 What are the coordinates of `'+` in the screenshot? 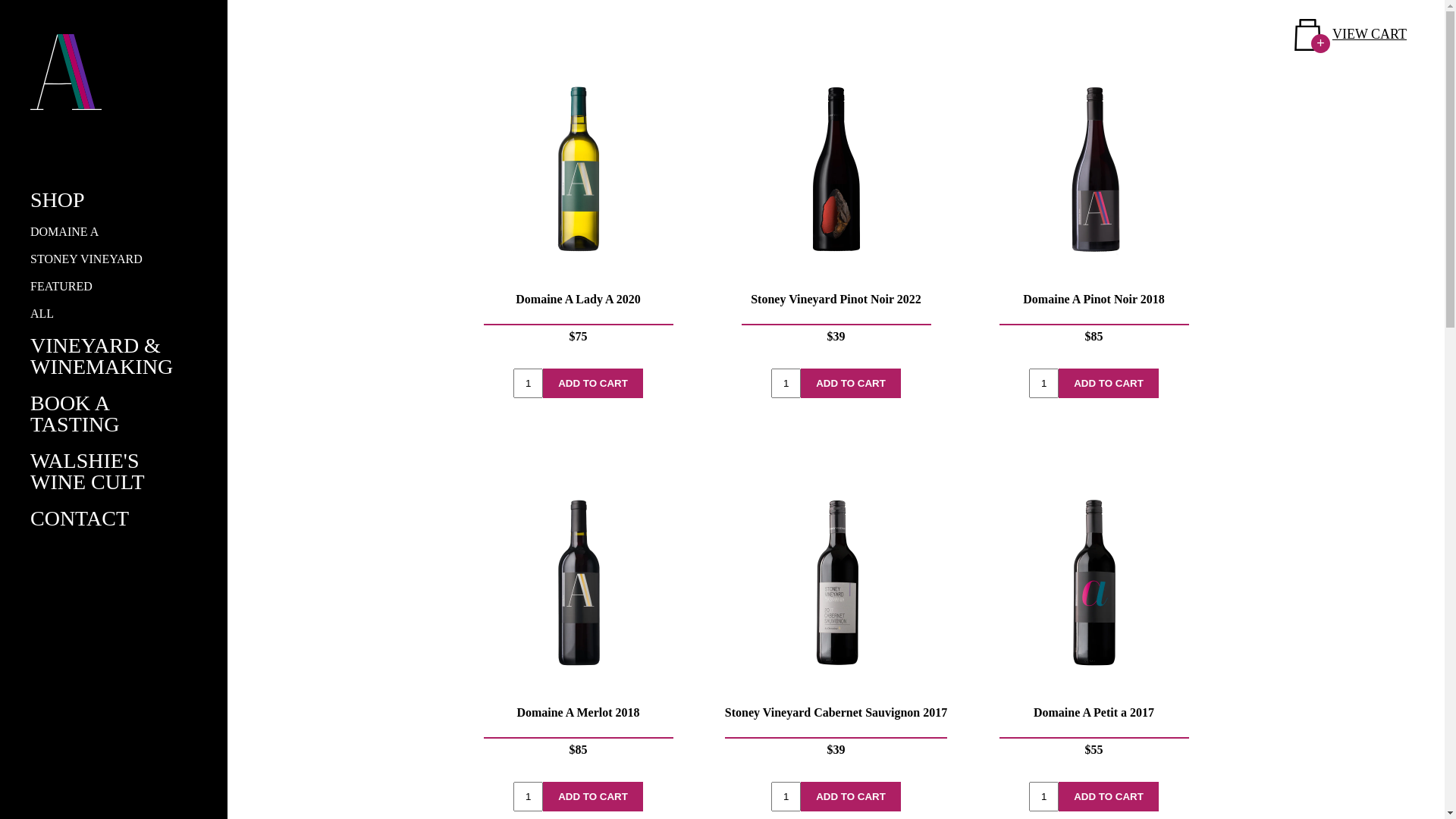 It's located at (1350, 34).